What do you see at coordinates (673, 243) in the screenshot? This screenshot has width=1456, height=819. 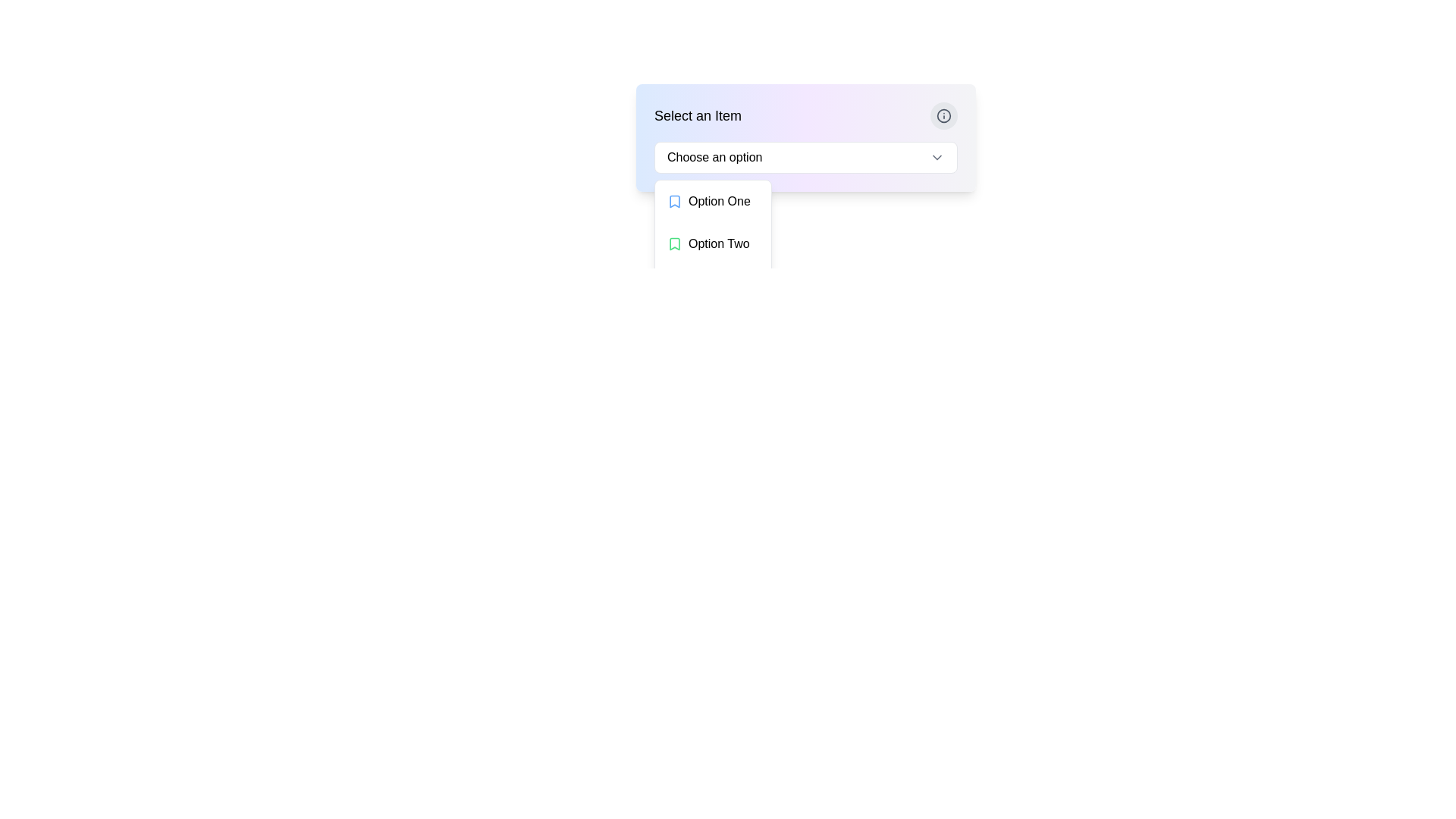 I see `the SVG icon representing the bookmark status for 'Option Two' in the dropdown menu` at bounding box center [673, 243].